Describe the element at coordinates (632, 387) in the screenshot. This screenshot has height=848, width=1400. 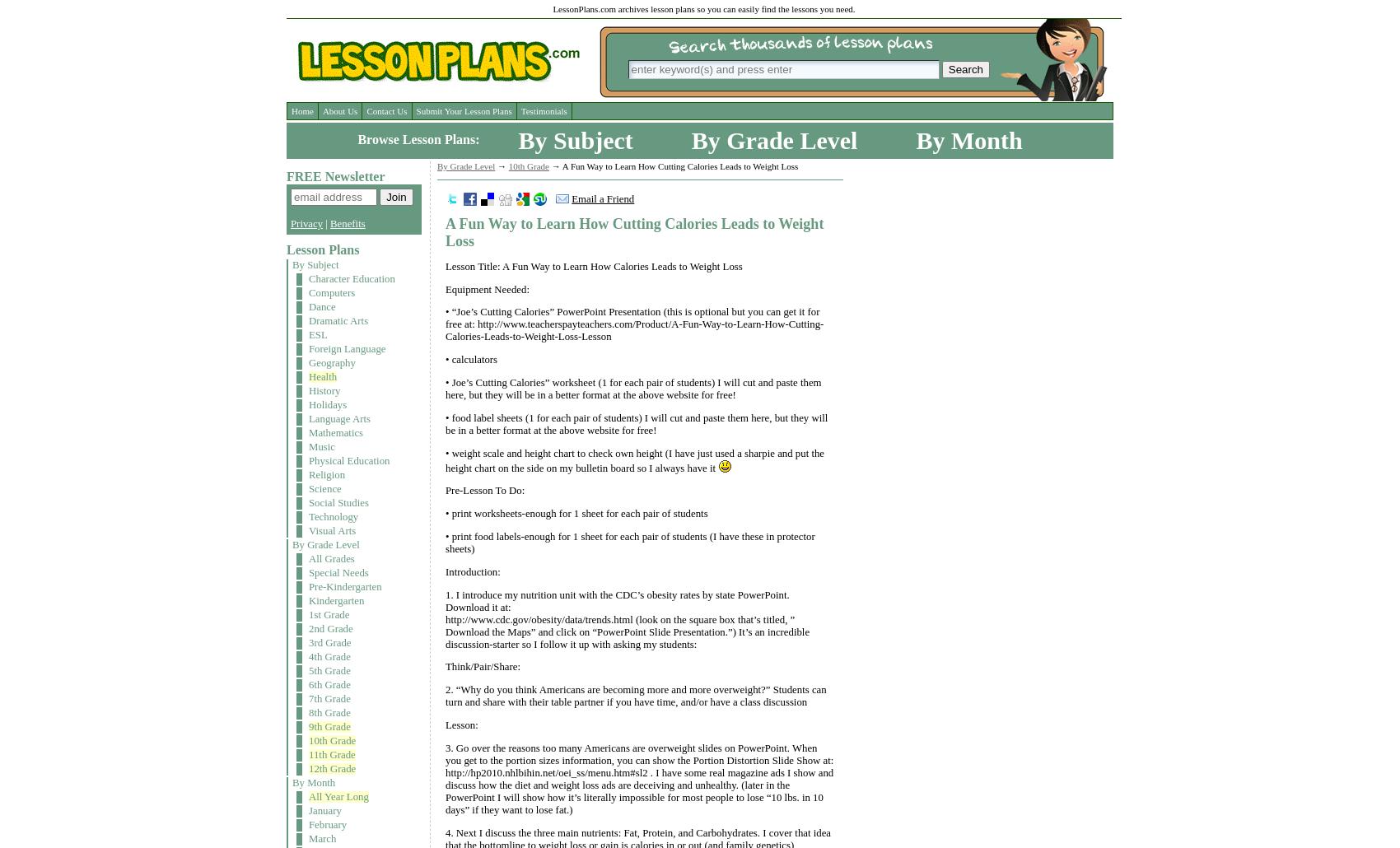
I see `'• Joe’s Cutting Calories” worksheet (1 for each pair of students) I will cut and paste them here, but they will be in a better format at the above website for free!'` at that location.